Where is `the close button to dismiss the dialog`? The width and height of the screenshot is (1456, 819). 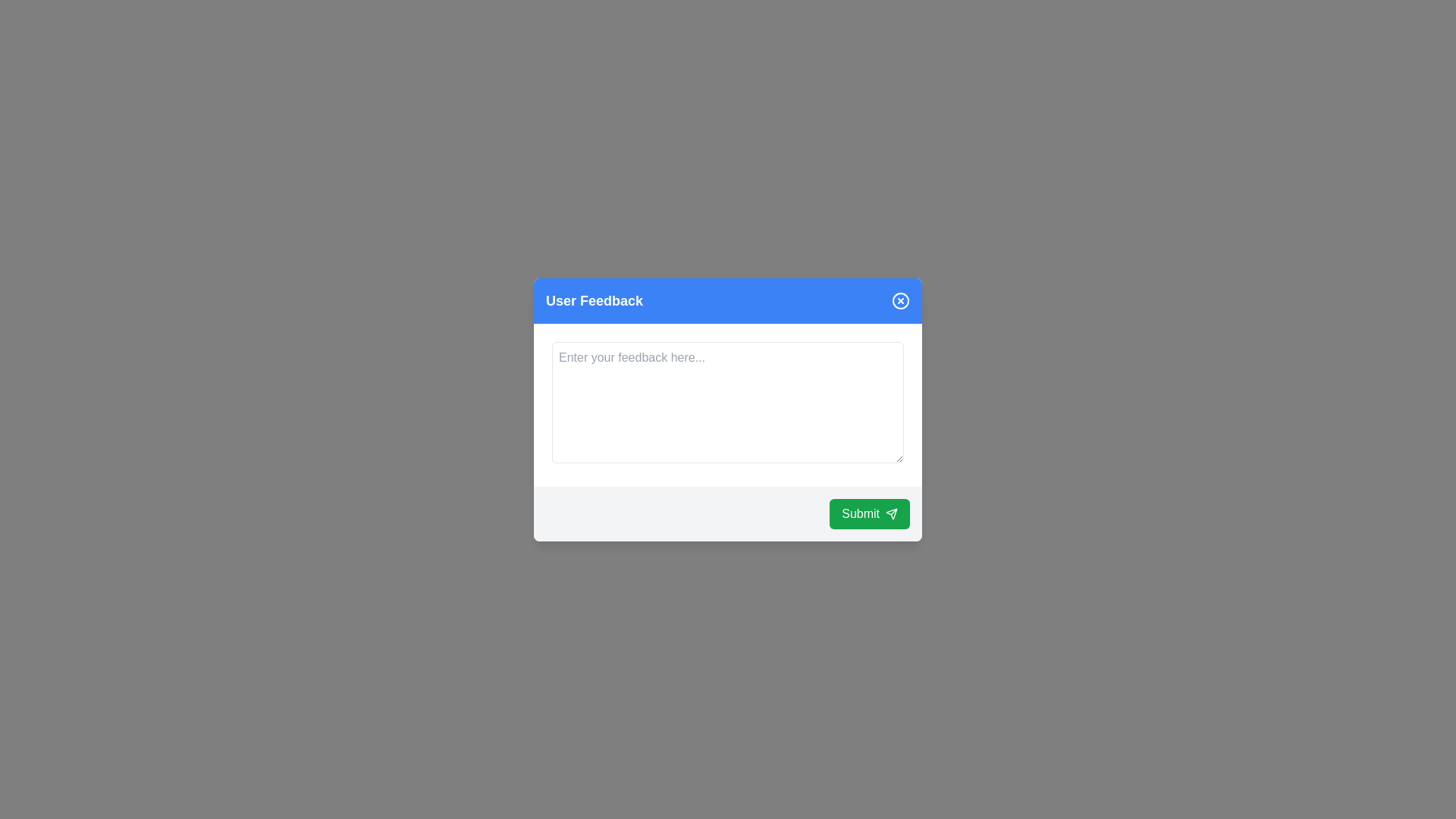 the close button to dismiss the dialog is located at coordinates (901, 300).